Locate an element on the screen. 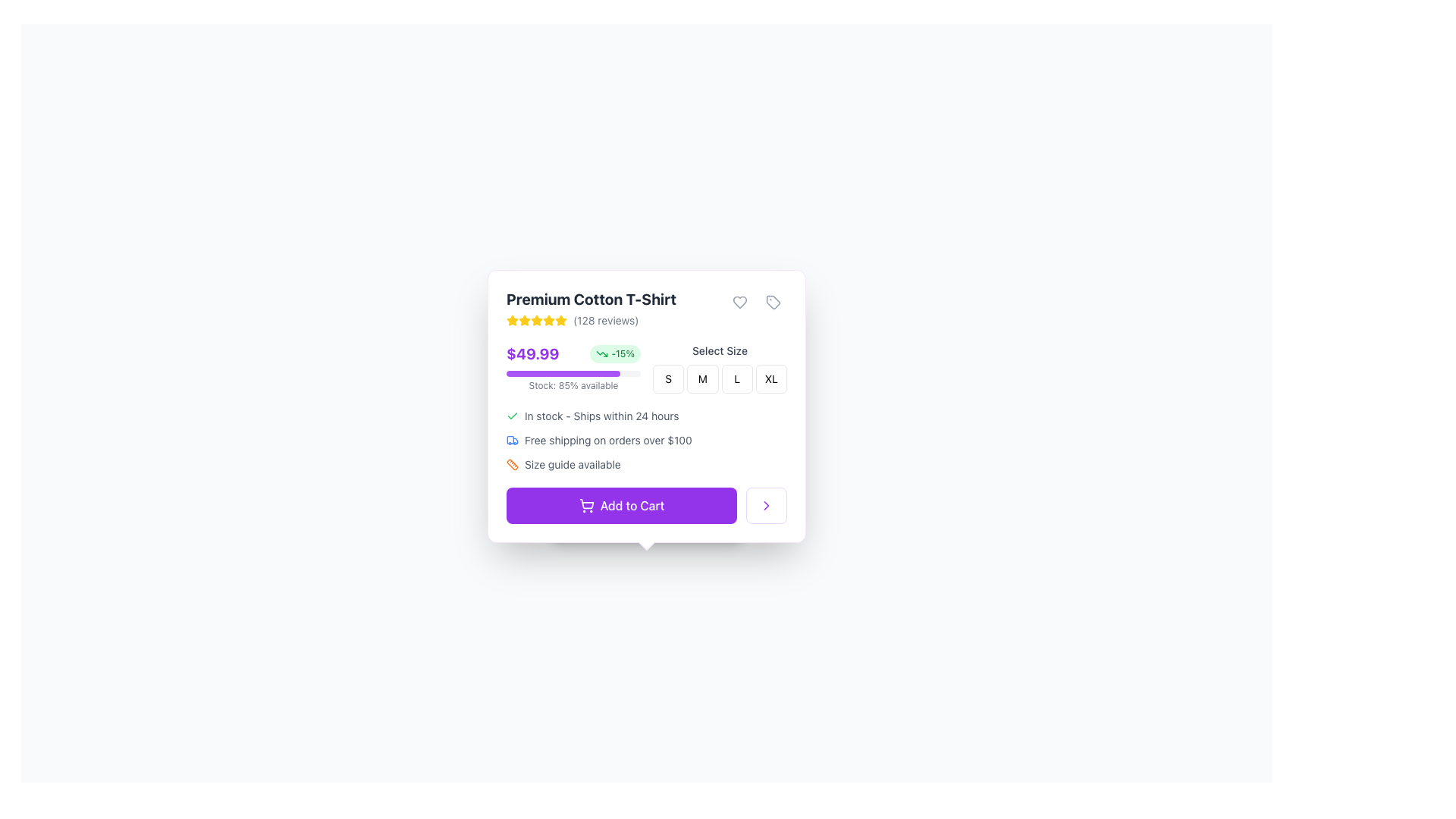 This screenshot has height=819, width=1456. the 'Add to Cart' button, which is a rectangular purple button with white text and icons, located at the bottom center of the card for the 'Premium Cotton T-Shirt' is located at coordinates (647, 506).